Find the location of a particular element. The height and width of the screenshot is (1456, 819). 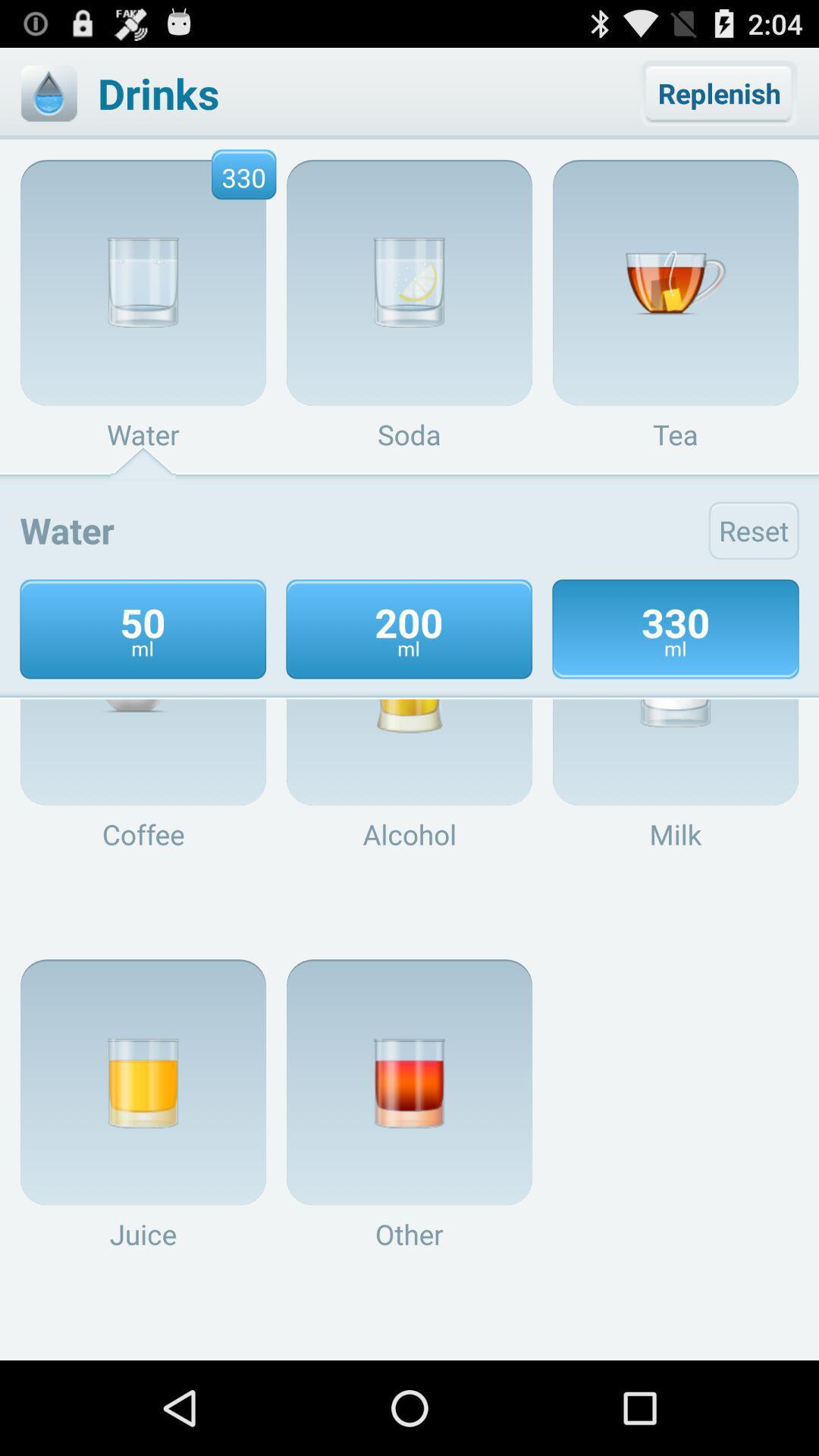

the image above other is located at coordinates (409, 1081).